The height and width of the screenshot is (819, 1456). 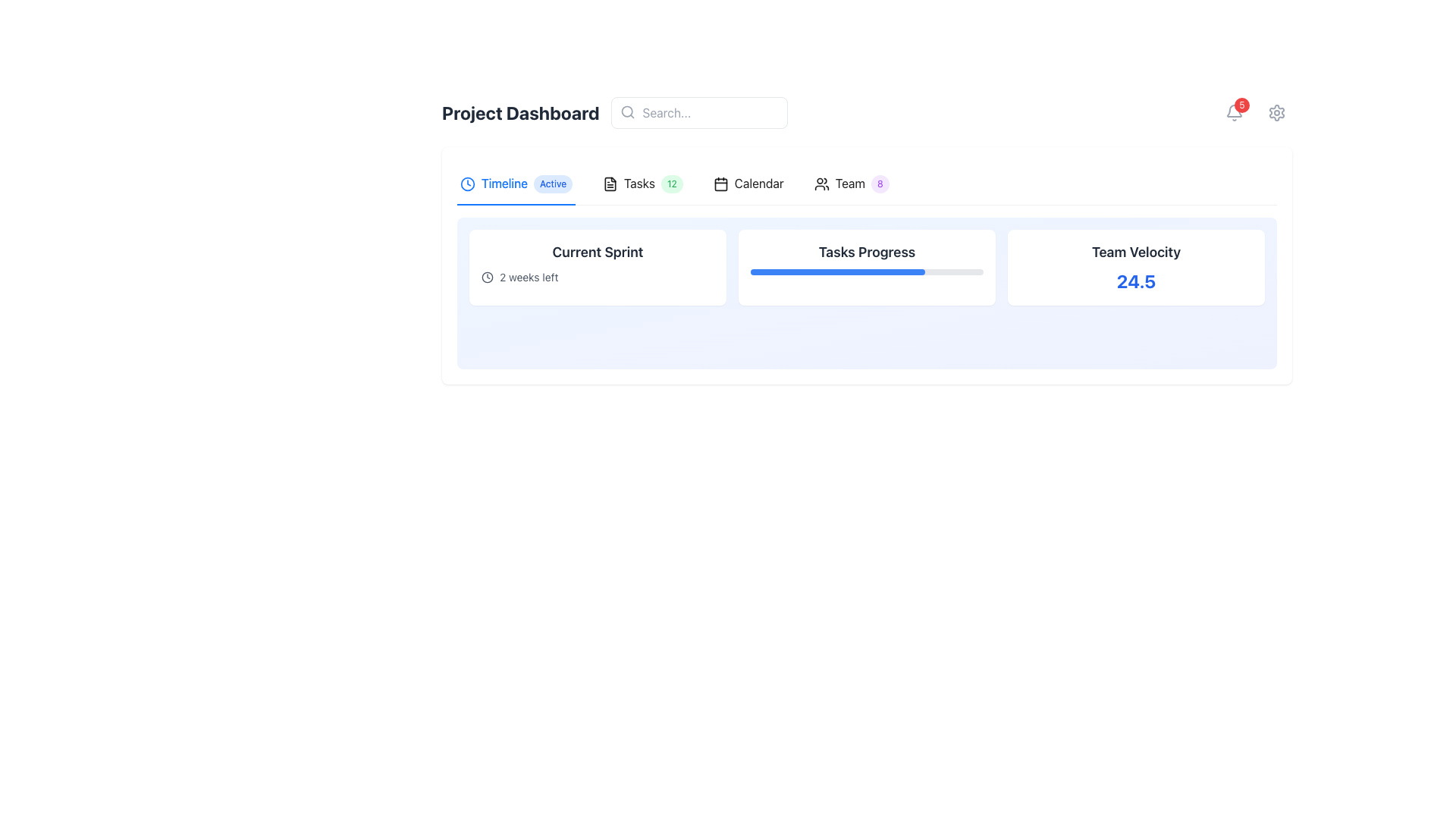 What do you see at coordinates (1276, 112) in the screenshot?
I see `the Settings Icon located in the top-right corner of the interface` at bounding box center [1276, 112].